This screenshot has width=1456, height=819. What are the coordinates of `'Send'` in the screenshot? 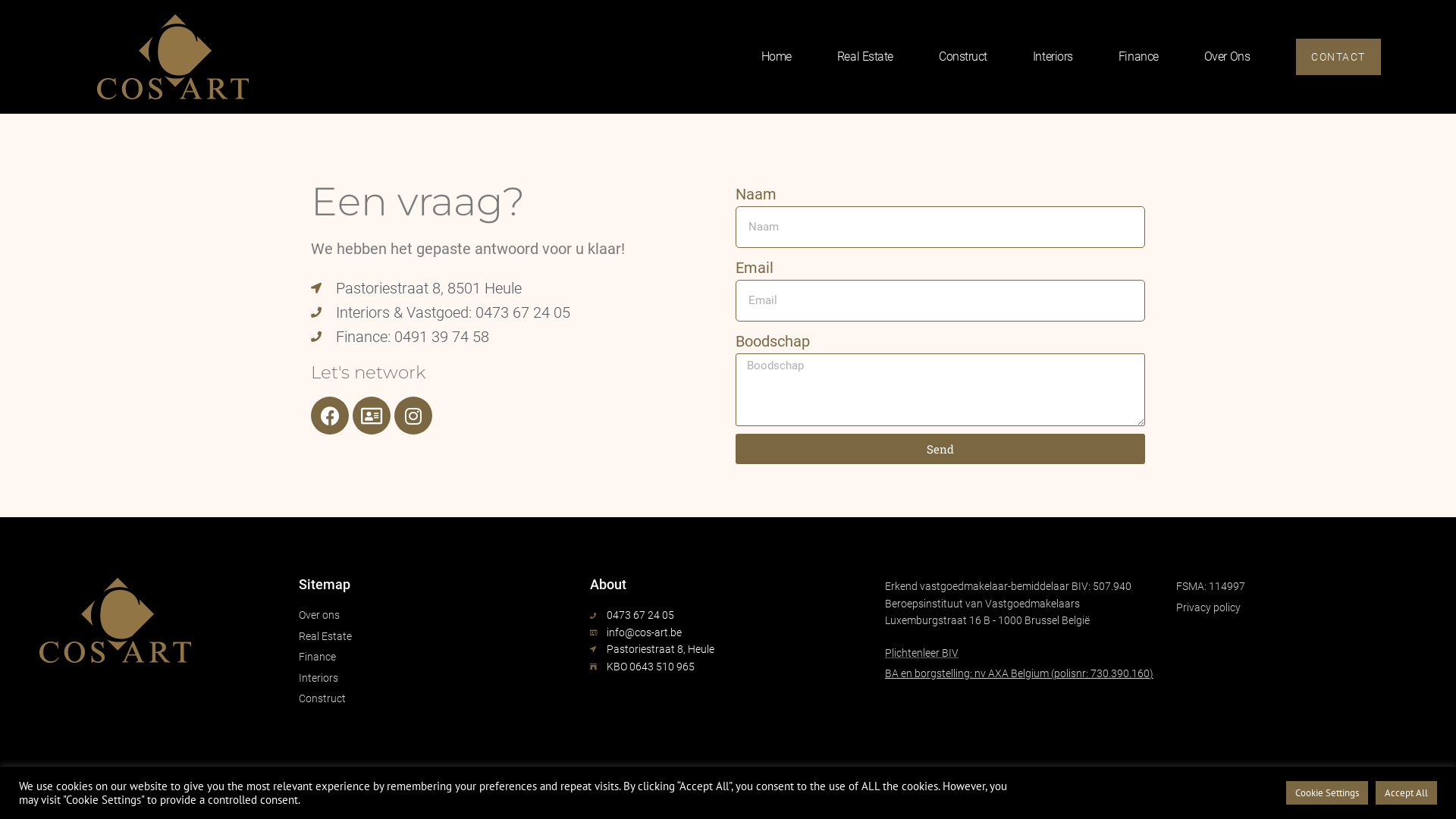 It's located at (939, 447).